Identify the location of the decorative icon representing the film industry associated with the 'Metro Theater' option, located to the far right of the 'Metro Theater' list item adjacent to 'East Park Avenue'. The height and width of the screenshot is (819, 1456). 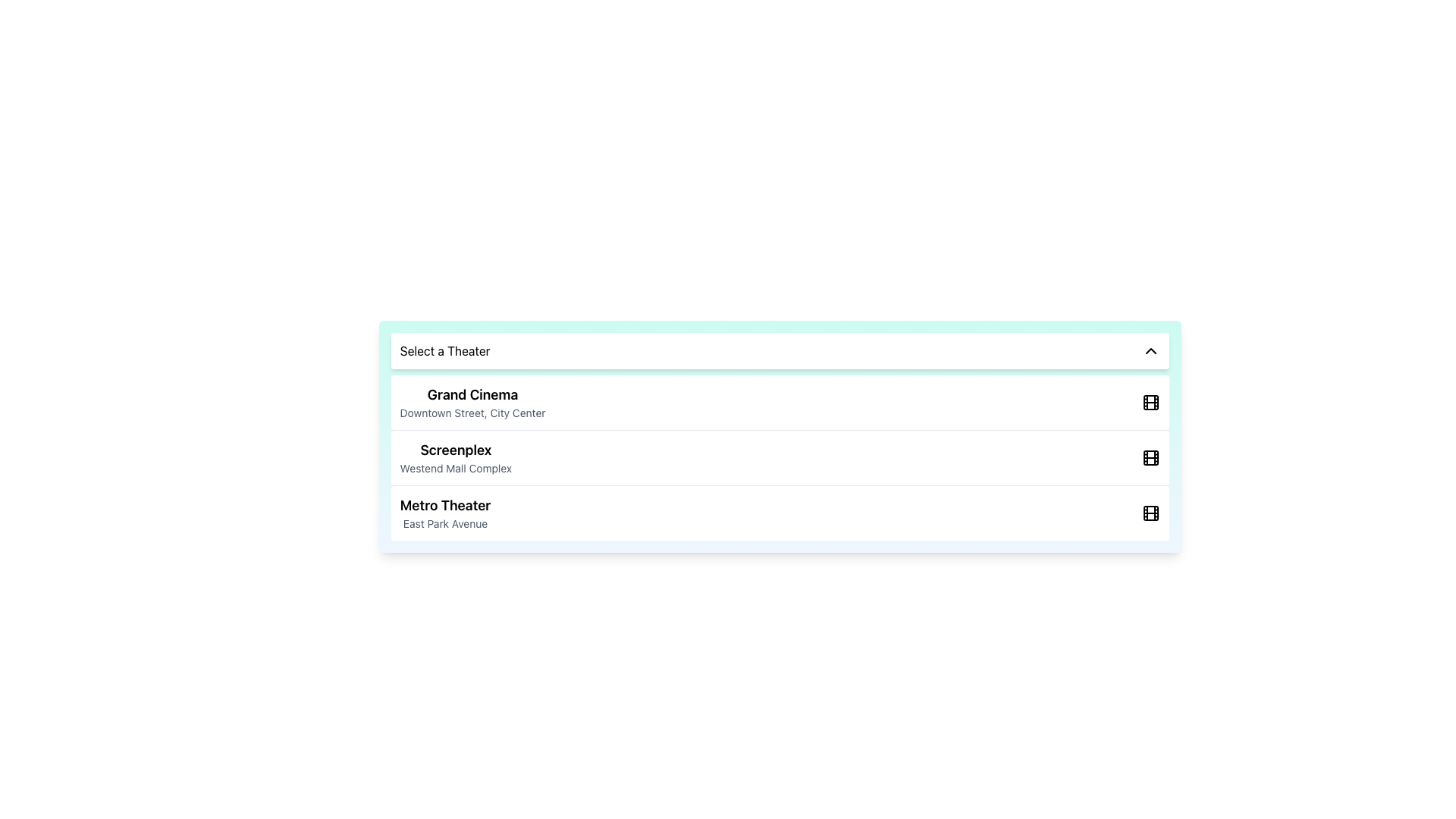
(1151, 513).